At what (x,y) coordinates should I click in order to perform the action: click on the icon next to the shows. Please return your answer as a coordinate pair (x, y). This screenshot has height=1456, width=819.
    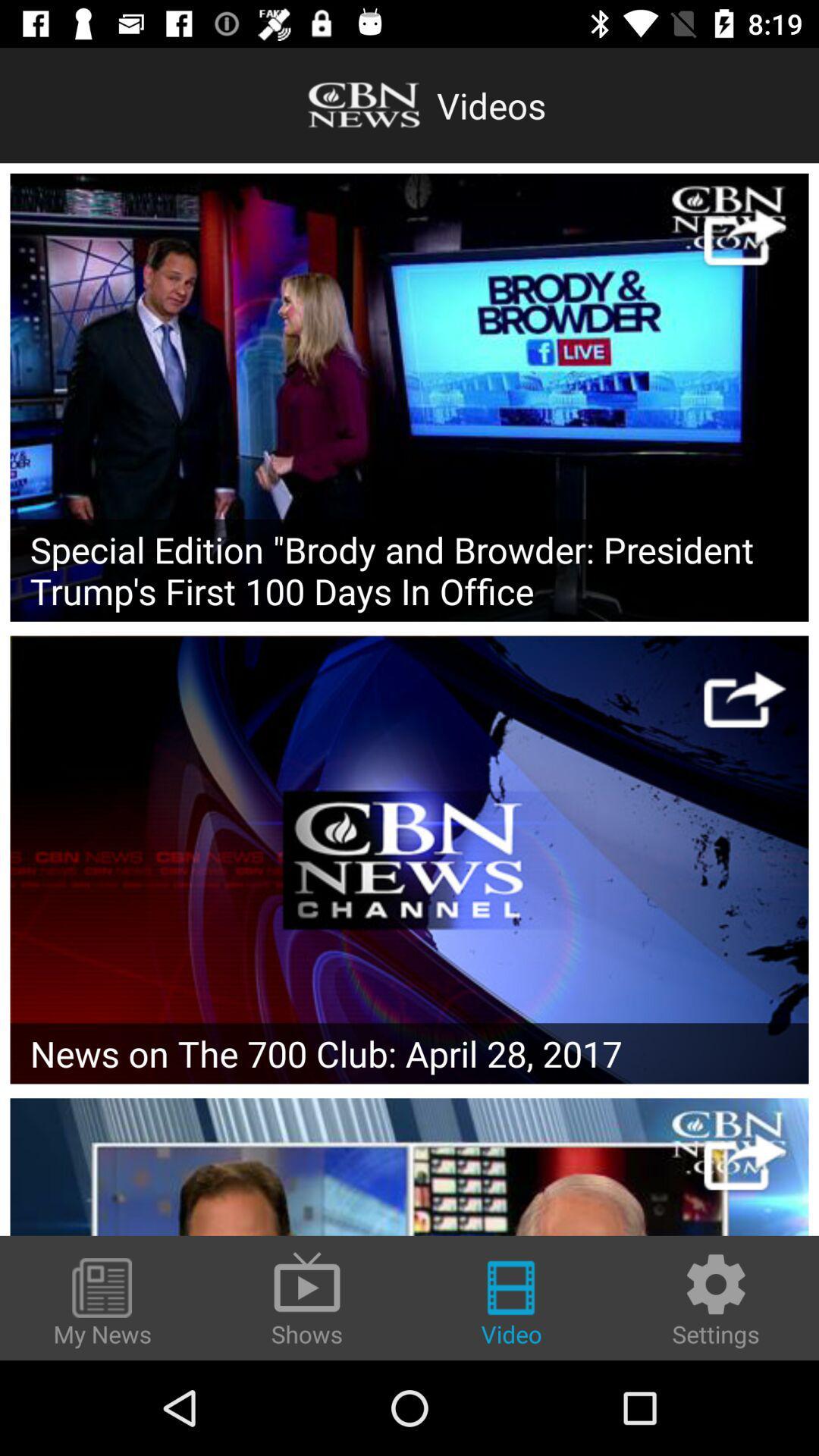
    Looking at the image, I should click on (102, 1303).